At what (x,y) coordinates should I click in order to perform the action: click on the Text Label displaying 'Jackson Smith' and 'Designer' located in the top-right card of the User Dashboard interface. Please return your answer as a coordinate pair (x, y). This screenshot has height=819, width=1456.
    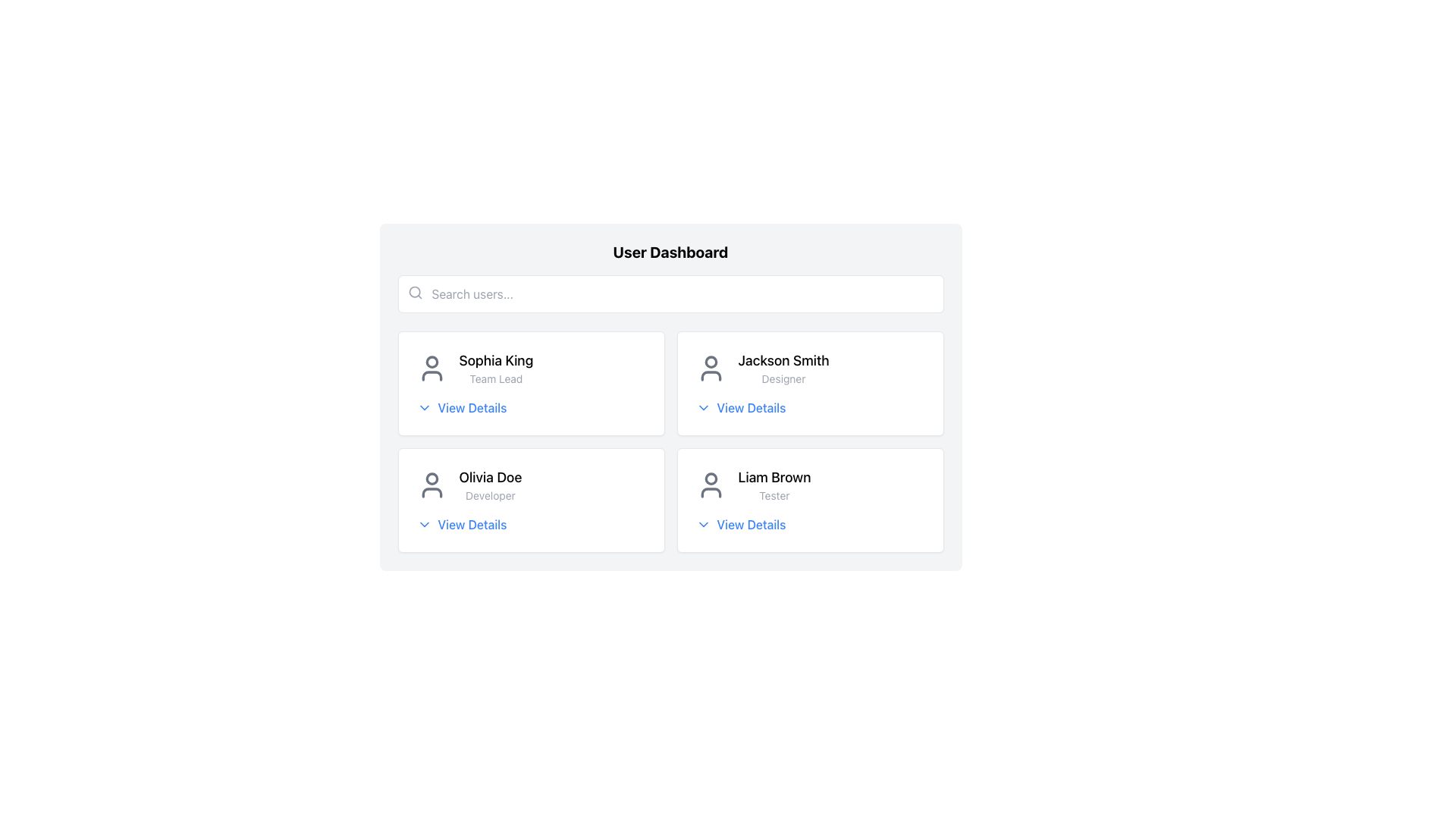
    Looking at the image, I should click on (783, 369).